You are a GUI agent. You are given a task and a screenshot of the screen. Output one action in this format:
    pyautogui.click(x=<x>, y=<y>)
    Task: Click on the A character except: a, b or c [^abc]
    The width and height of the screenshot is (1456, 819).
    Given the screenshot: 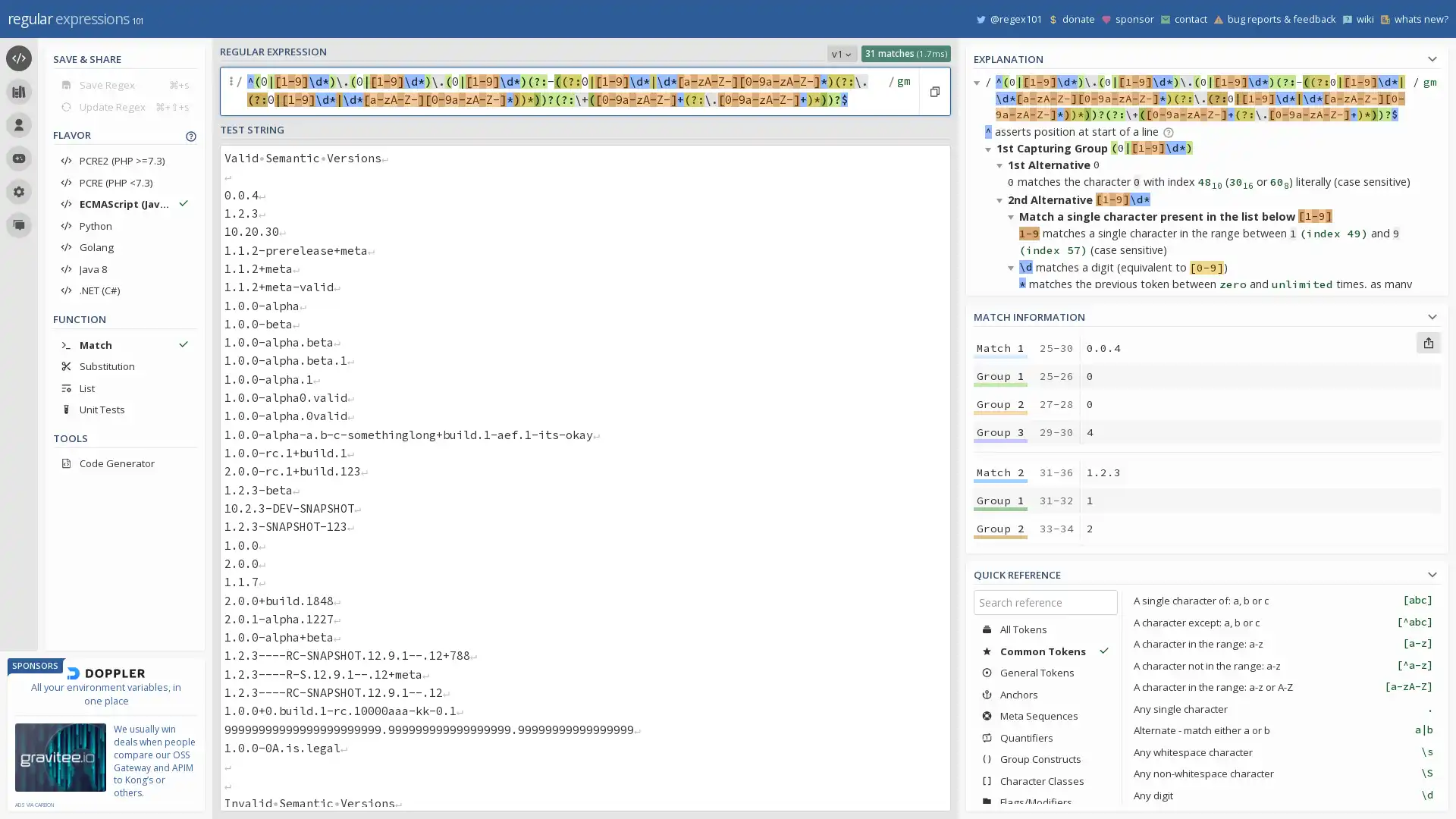 What is the action you would take?
    pyautogui.click(x=1282, y=622)
    